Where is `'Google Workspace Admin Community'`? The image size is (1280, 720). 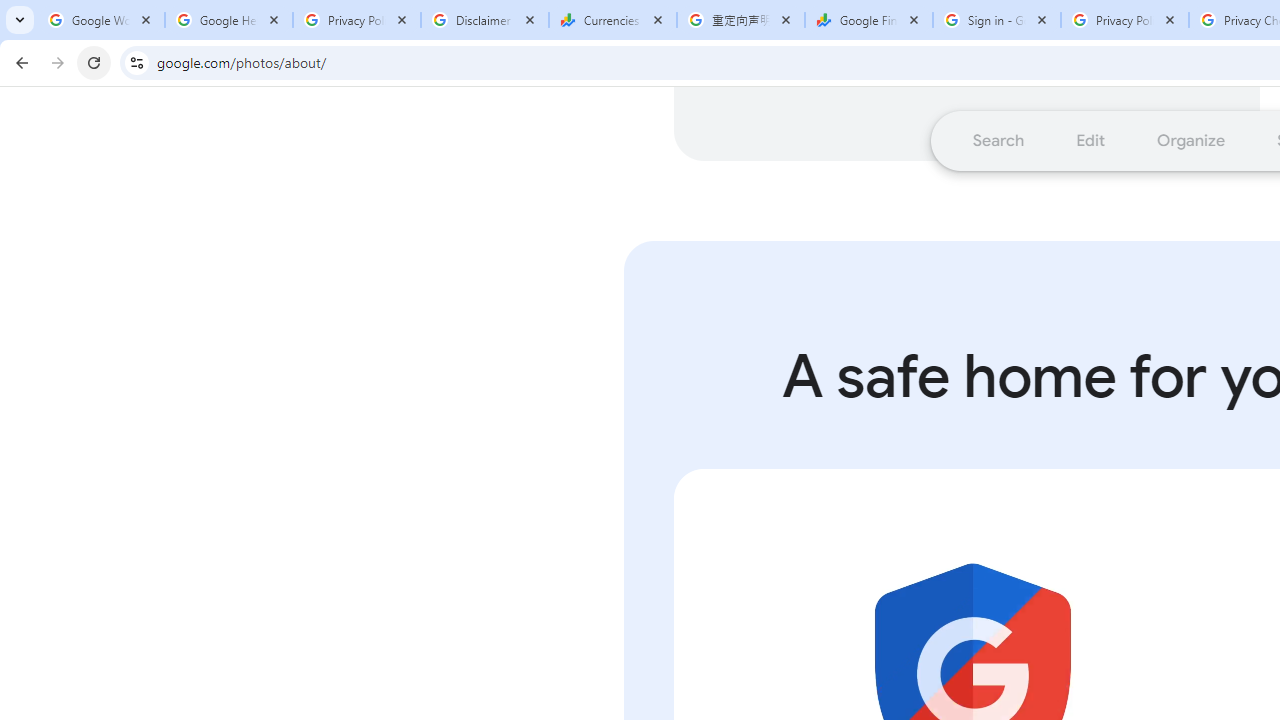 'Google Workspace Admin Community' is located at coordinates (100, 20).